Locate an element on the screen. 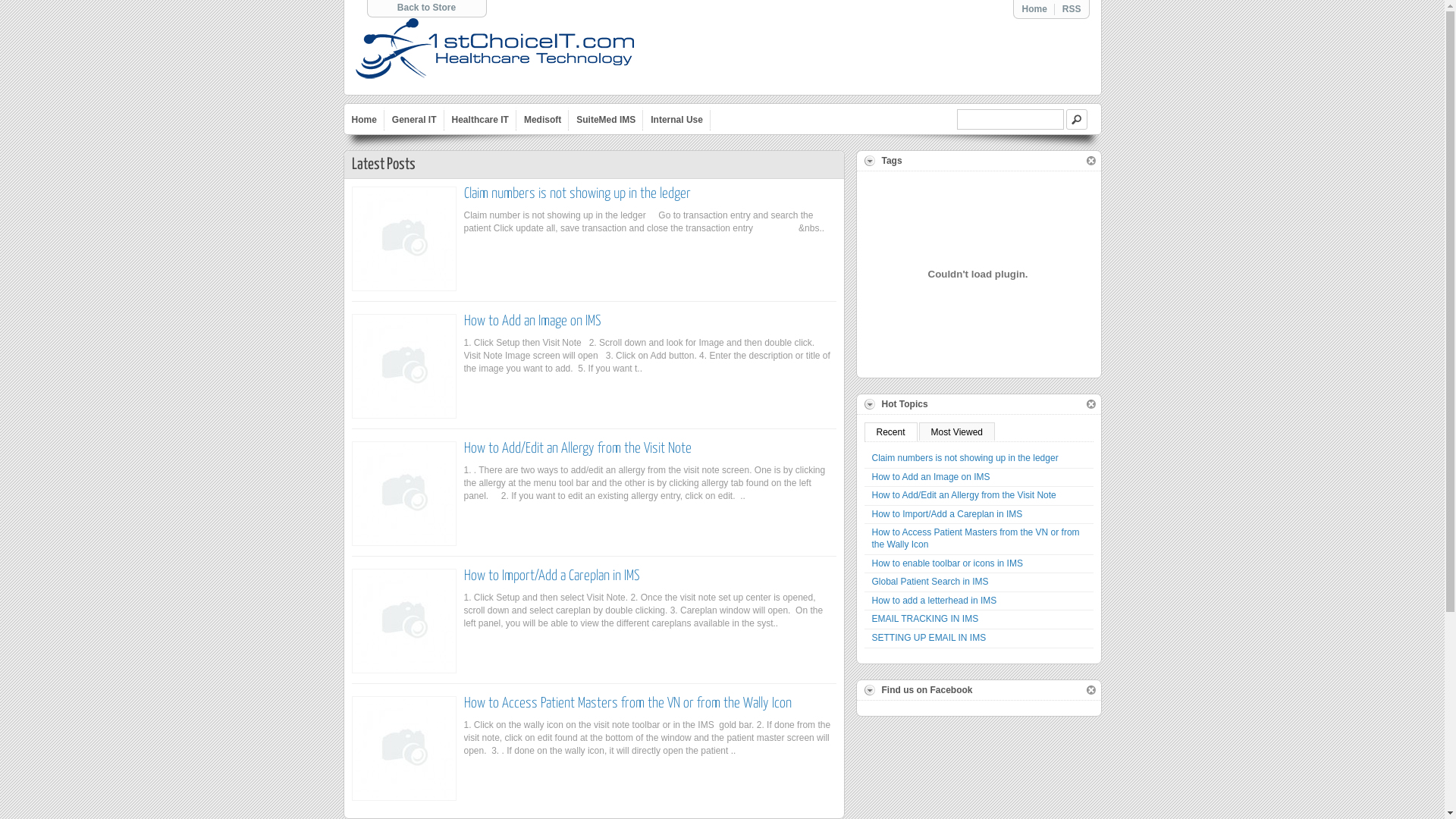 The image size is (1456, 819). 'How to Add an Image on IMS' is located at coordinates (979, 478).